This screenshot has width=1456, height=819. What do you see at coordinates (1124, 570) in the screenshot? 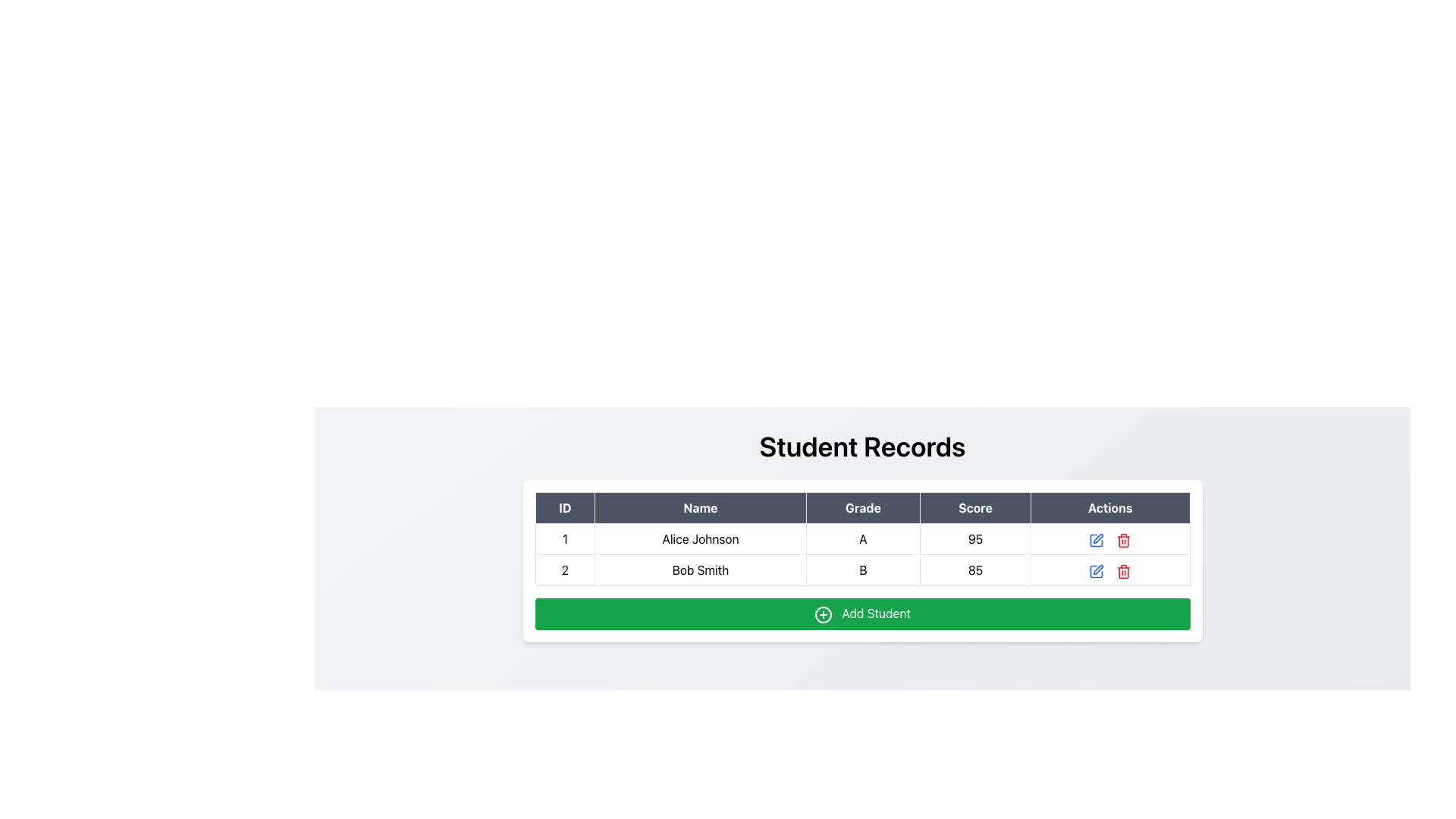
I see `the delete icon button located in the rightmost column of the table's row` at bounding box center [1124, 570].